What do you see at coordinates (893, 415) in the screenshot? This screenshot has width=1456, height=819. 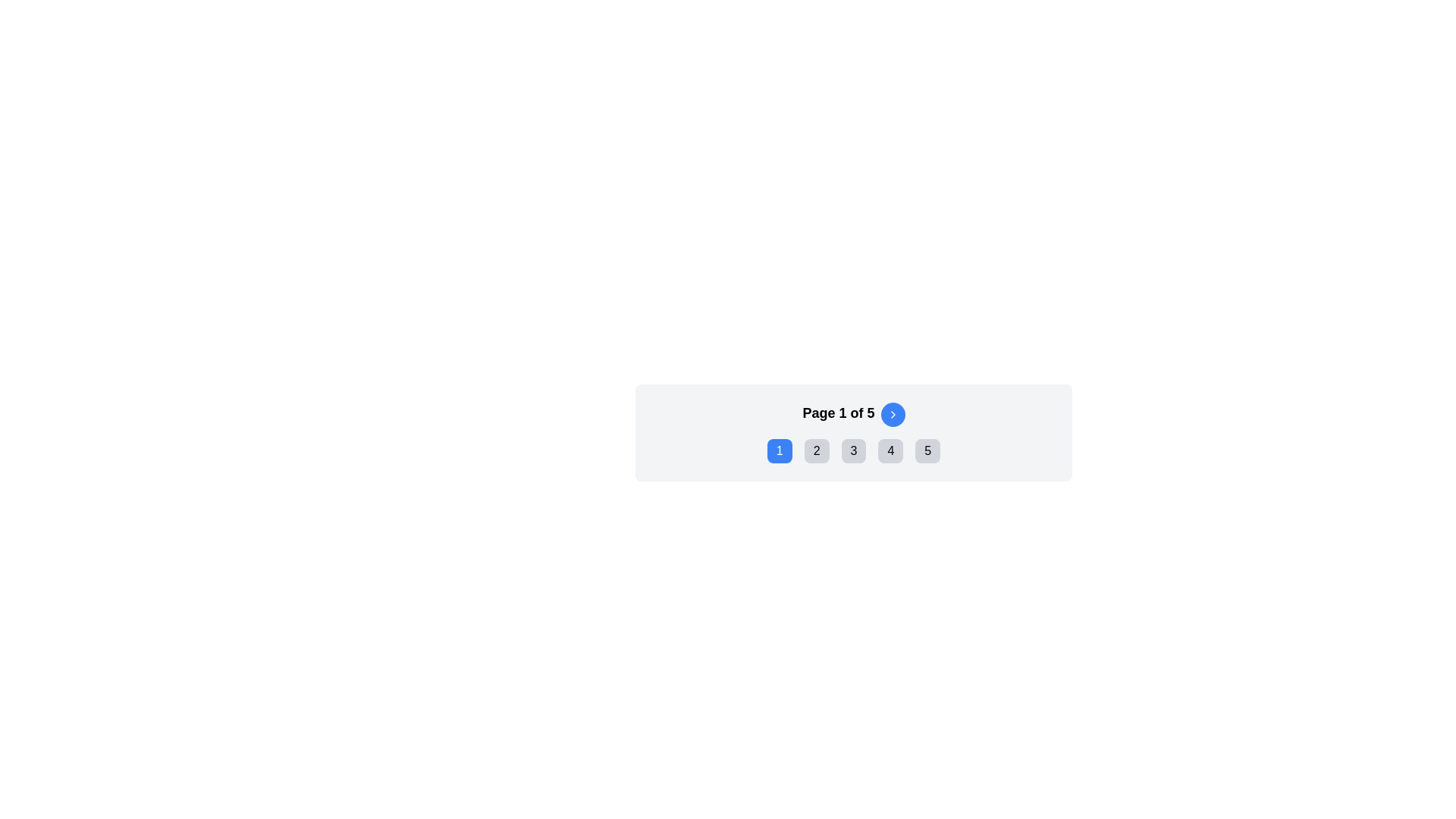 I see `the circular blue button with a white chevron icon located to the right of 'Page 1 of 5' to change its background color` at bounding box center [893, 415].